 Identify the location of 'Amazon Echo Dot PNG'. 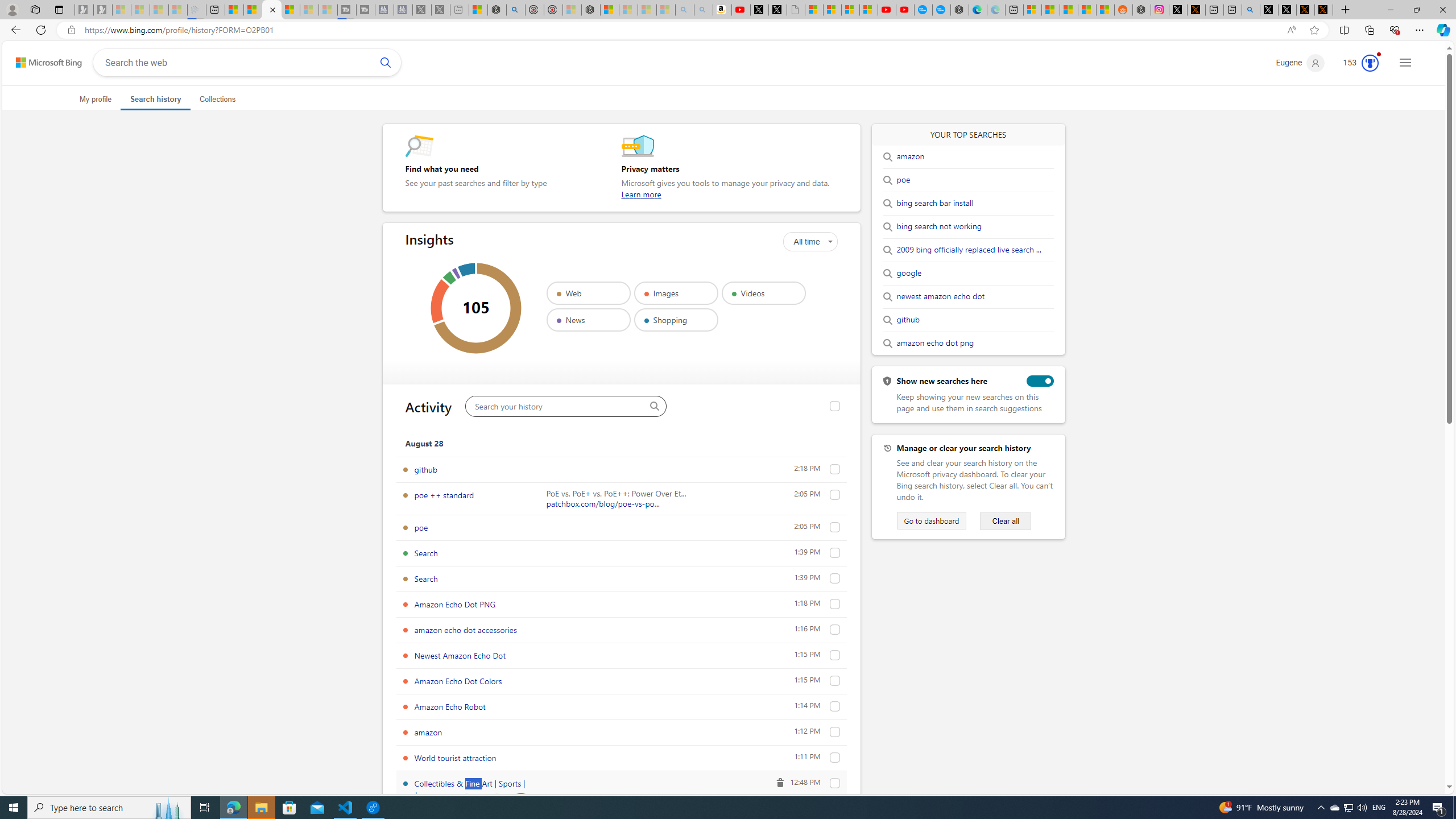
(454, 603).